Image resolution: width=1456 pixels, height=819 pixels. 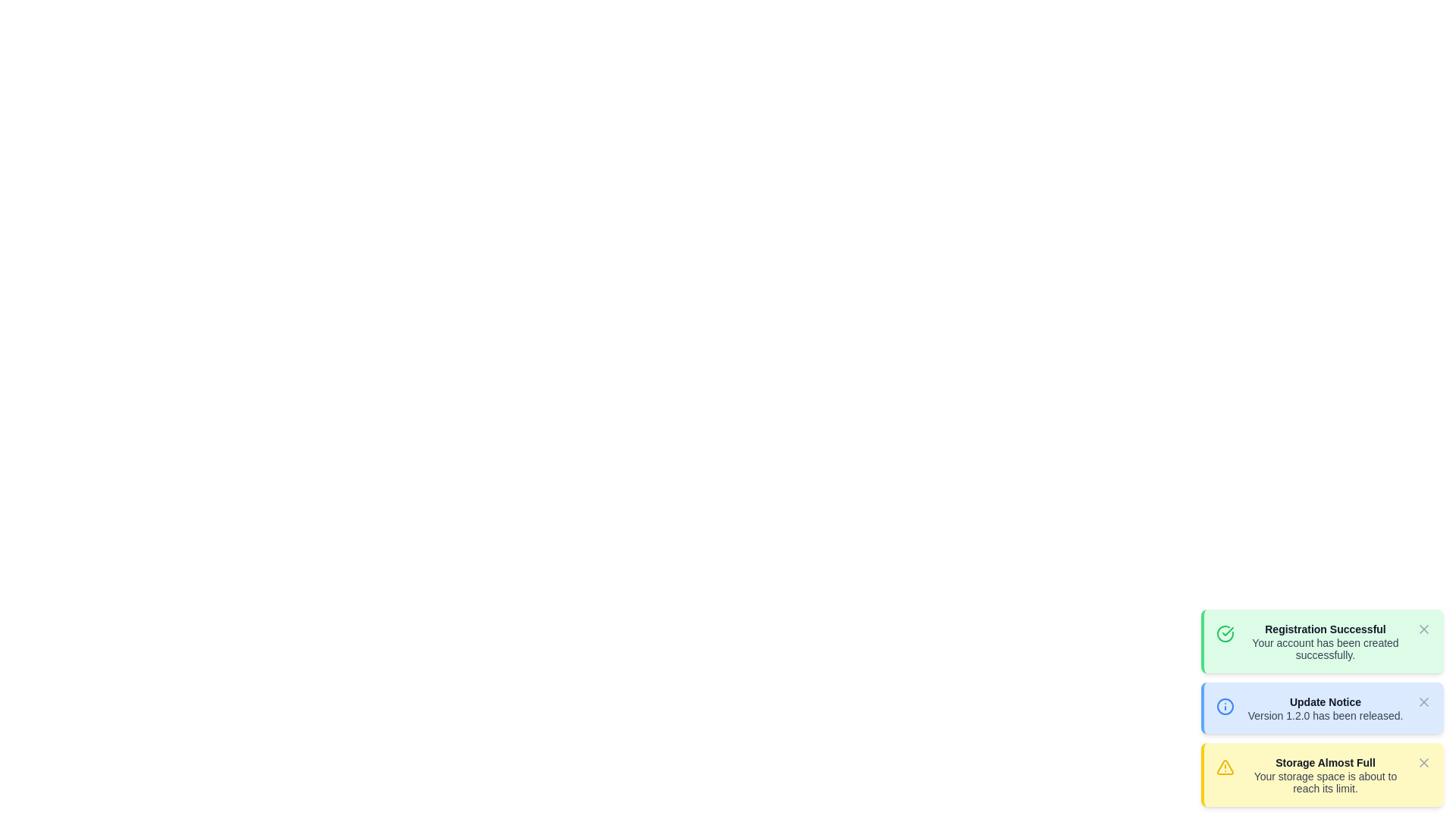 What do you see at coordinates (1324, 716) in the screenshot?
I see `the text label providing additional details about the update notice, located below the 'Update Notice' title within a notification card` at bounding box center [1324, 716].